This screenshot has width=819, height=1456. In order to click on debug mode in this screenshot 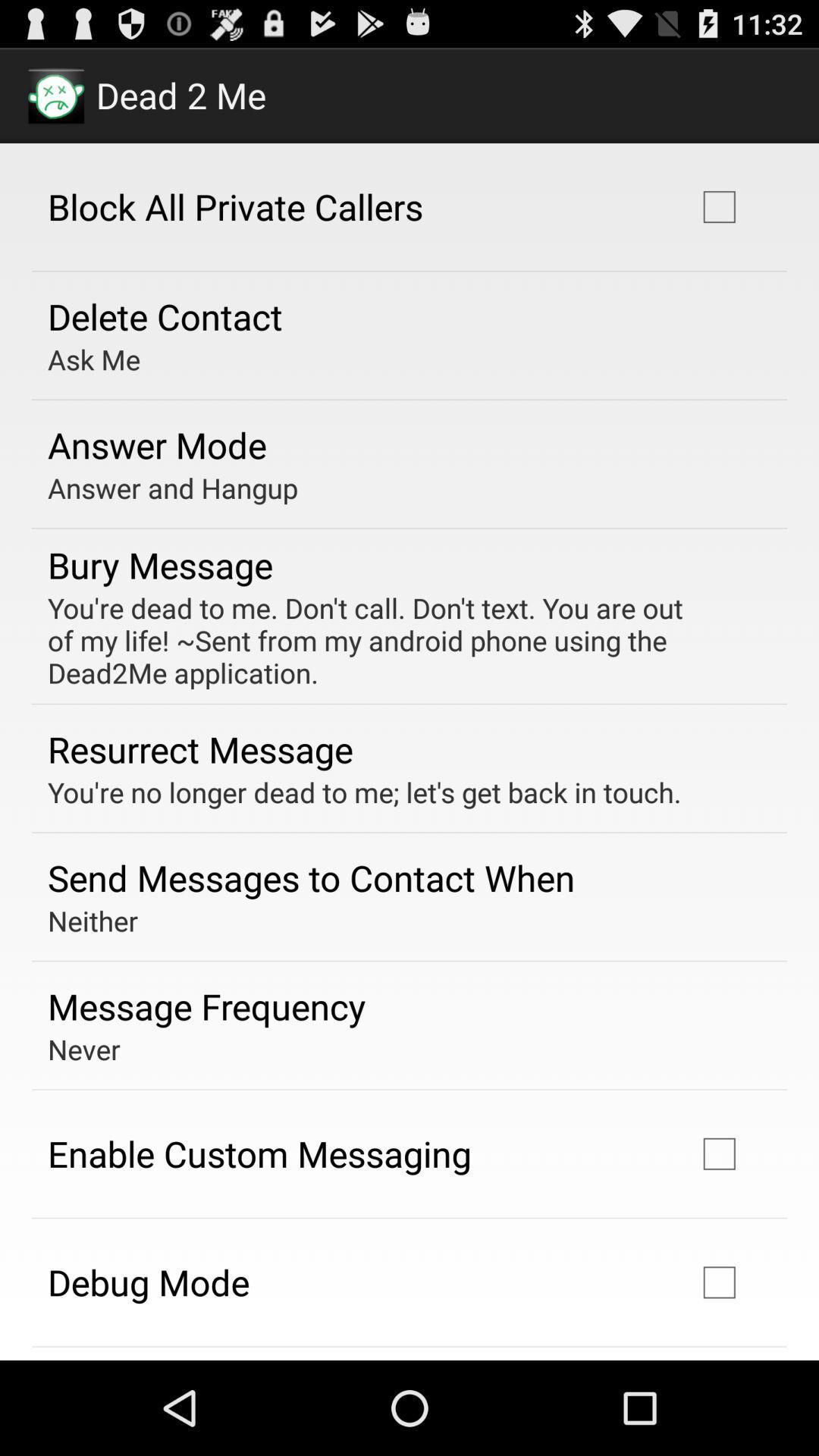, I will do `click(149, 1281)`.